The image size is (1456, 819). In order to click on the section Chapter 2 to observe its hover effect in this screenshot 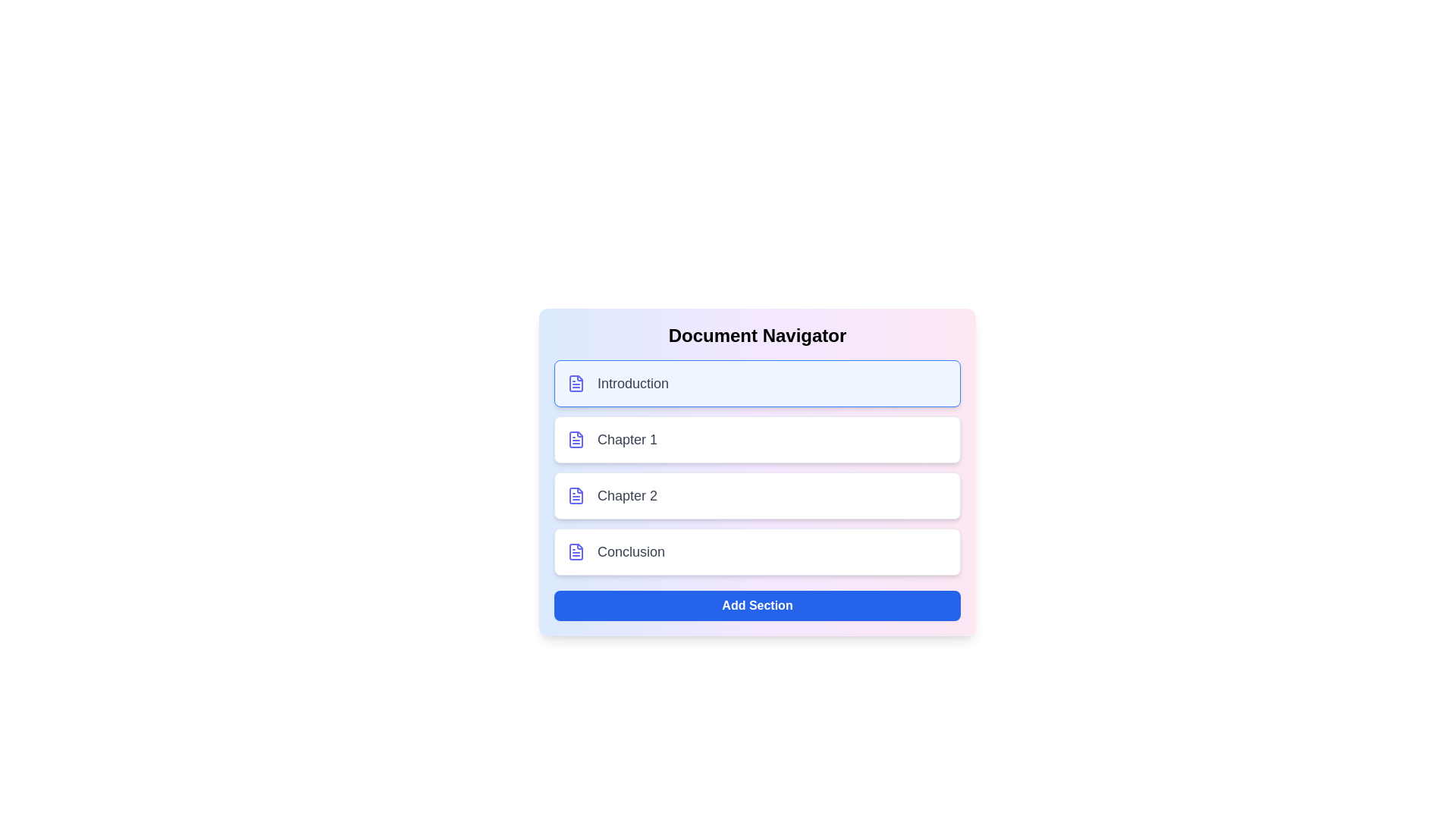, I will do `click(757, 496)`.